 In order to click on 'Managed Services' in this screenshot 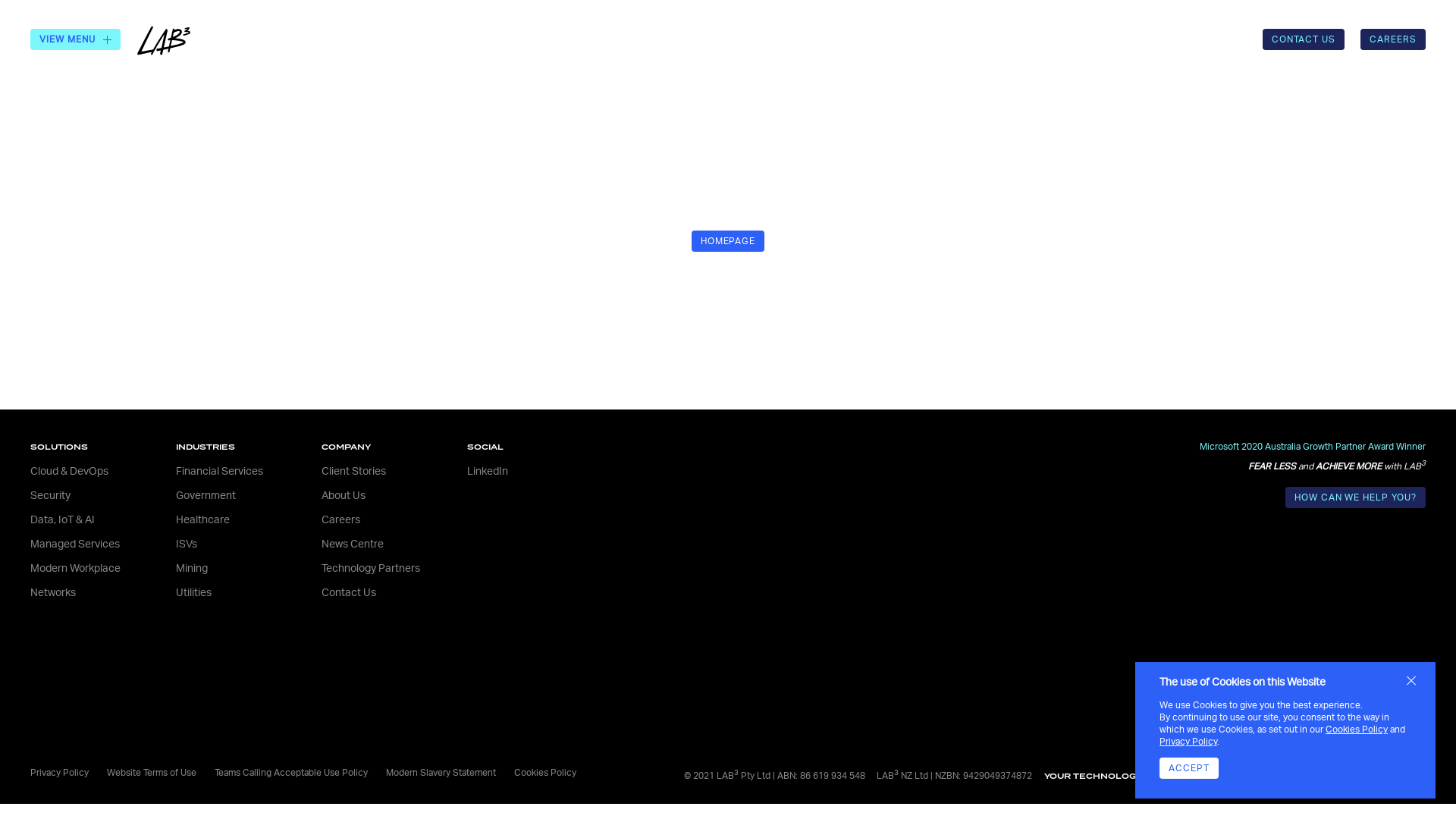, I will do `click(74, 543)`.